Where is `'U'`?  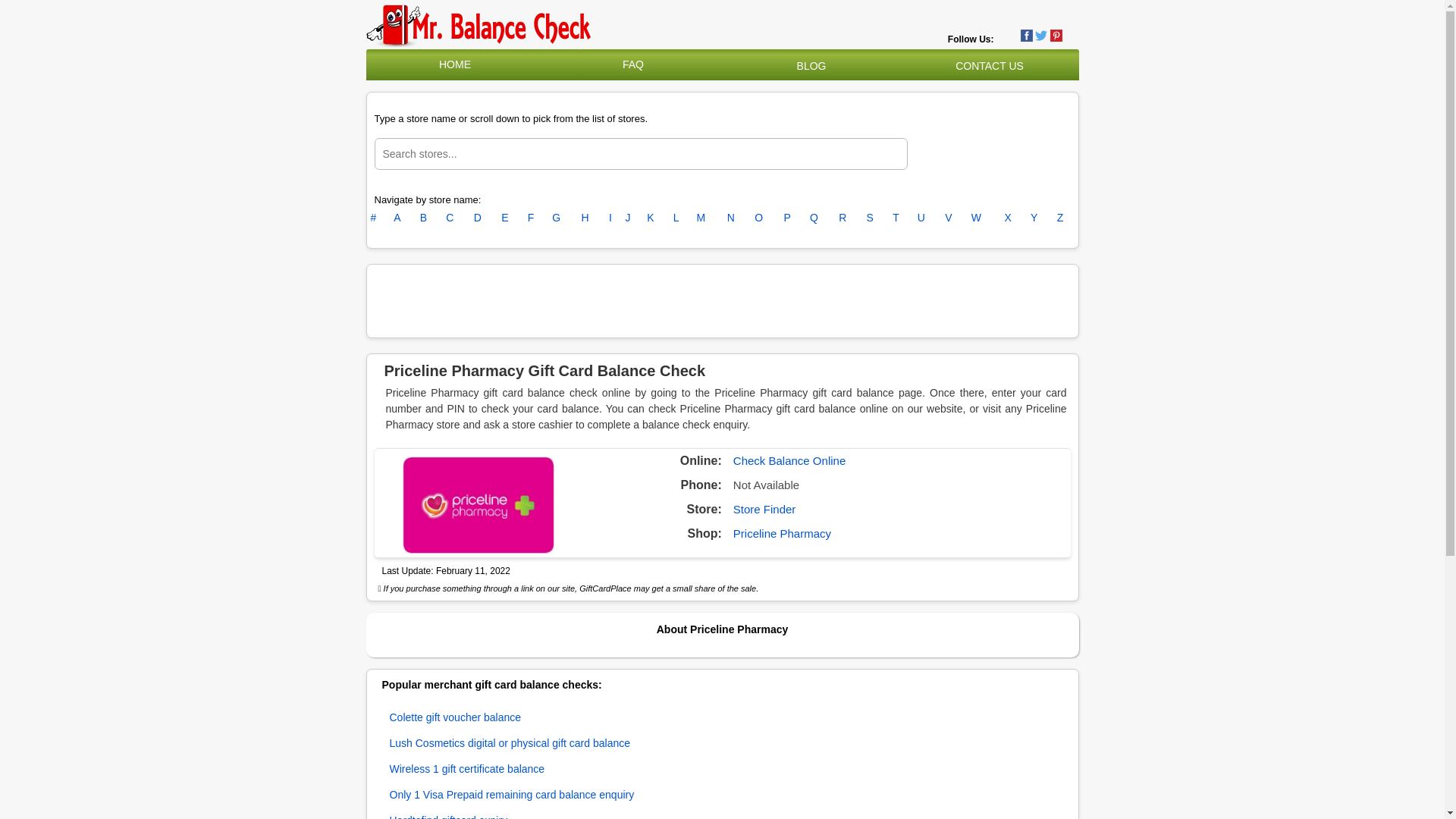 'U' is located at coordinates (920, 217).